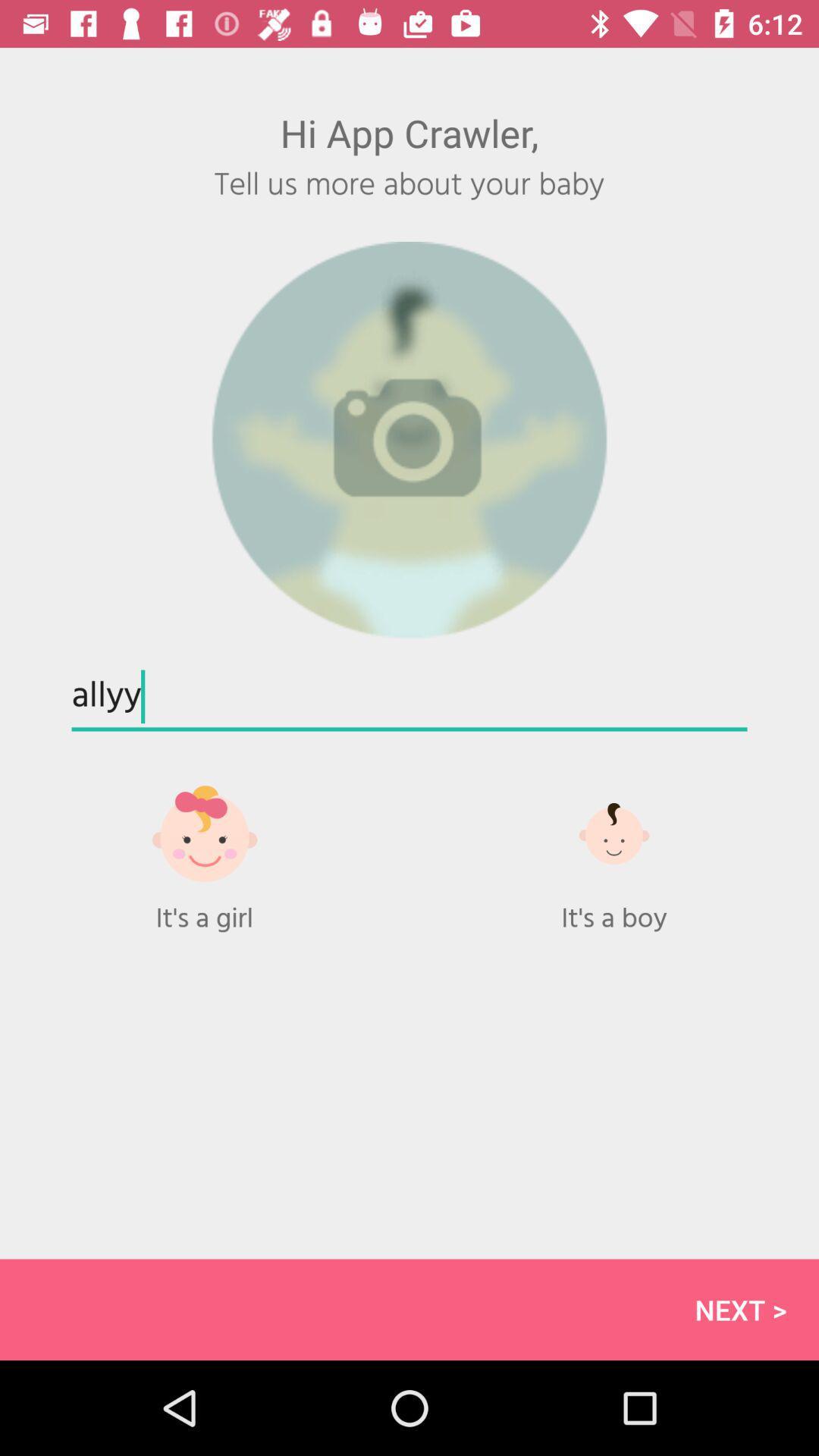 This screenshot has width=819, height=1456. I want to click on allyy at the center, so click(409, 696).